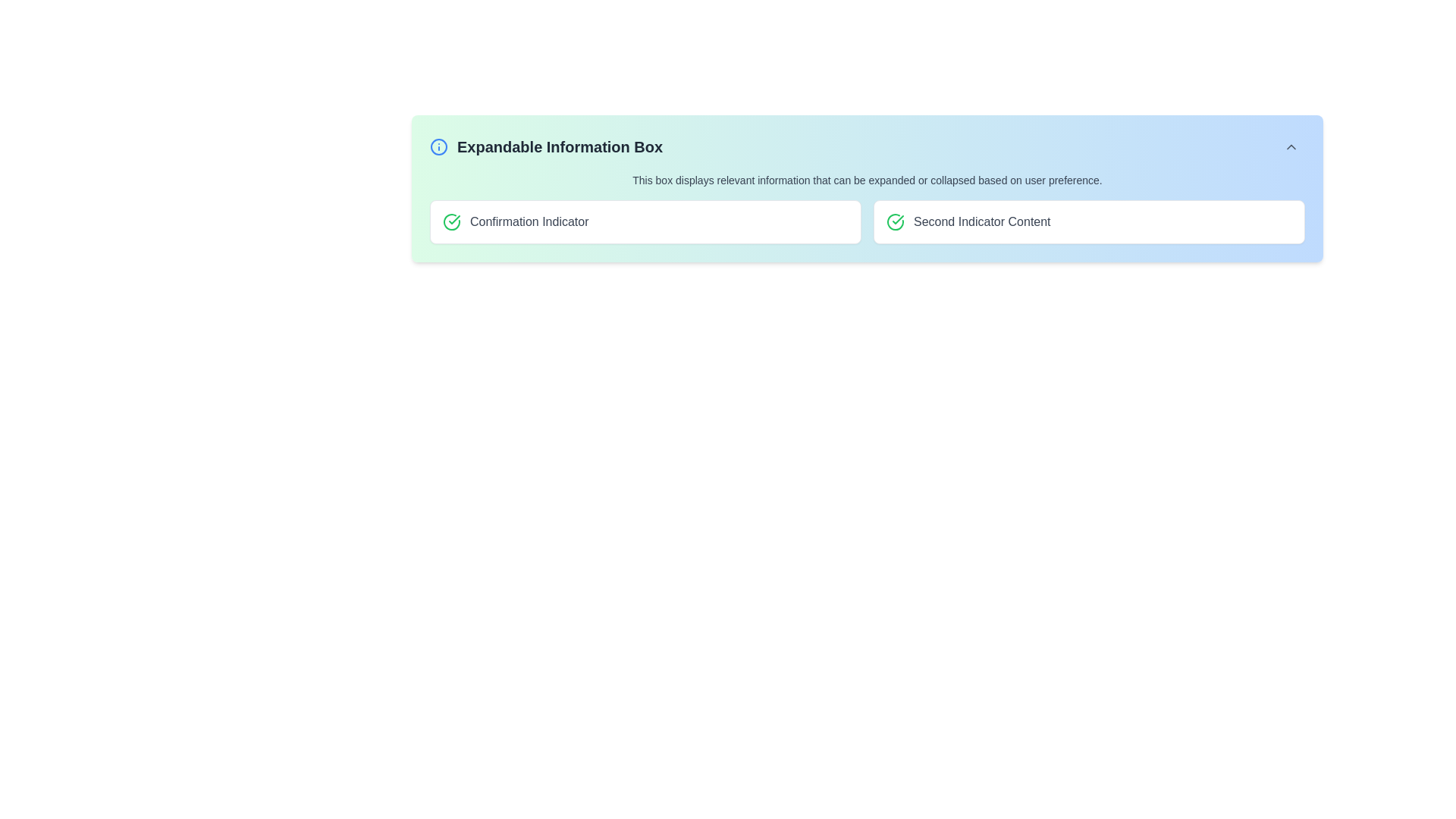 The width and height of the screenshot is (1456, 819). What do you see at coordinates (1291, 146) in the screenshot?
I see `the chevron icon button located` at bounding box center [1291, 146].